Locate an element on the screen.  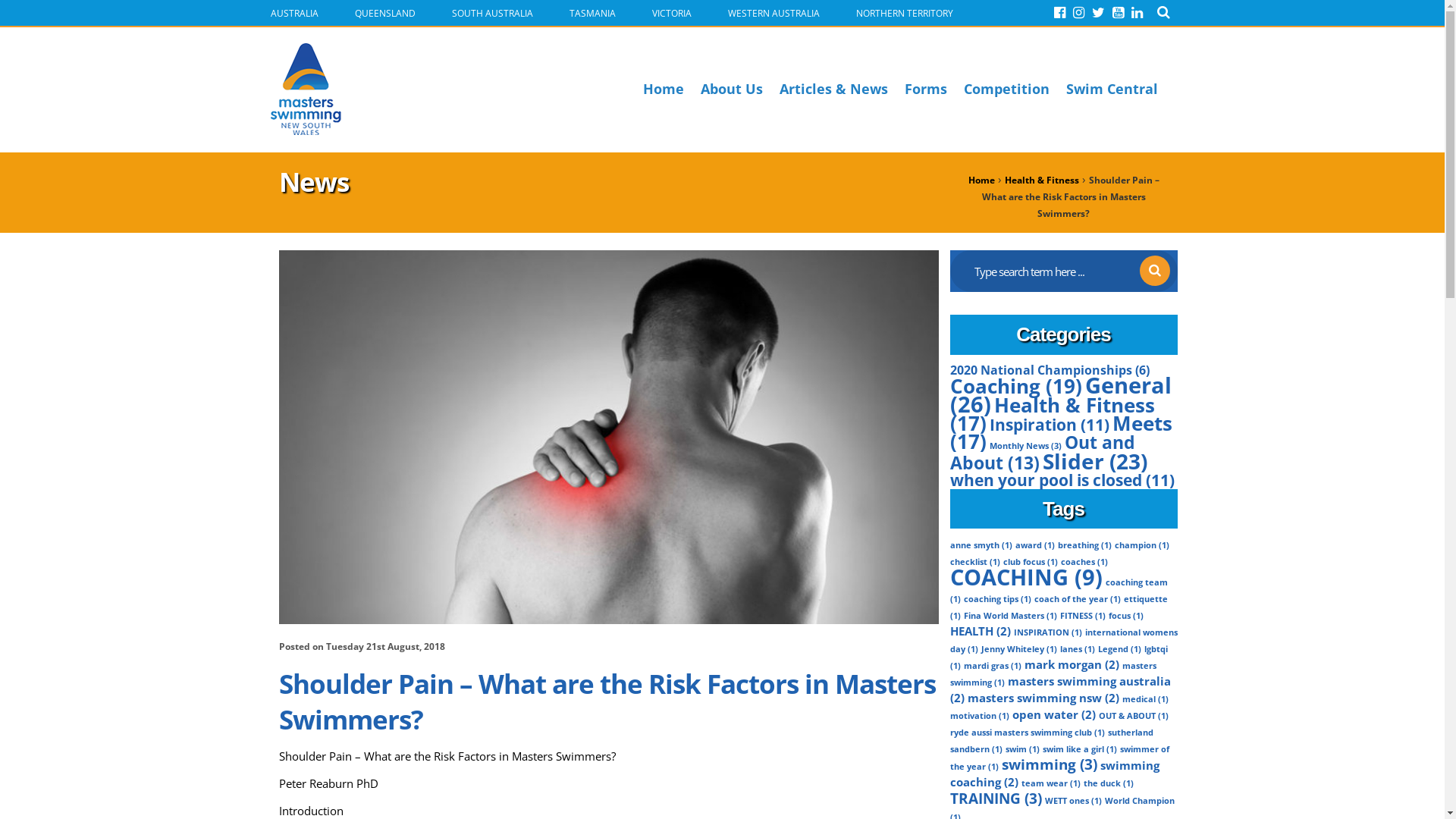
'NORTHERN TERRITORY' is located at coordinates (902, 11).